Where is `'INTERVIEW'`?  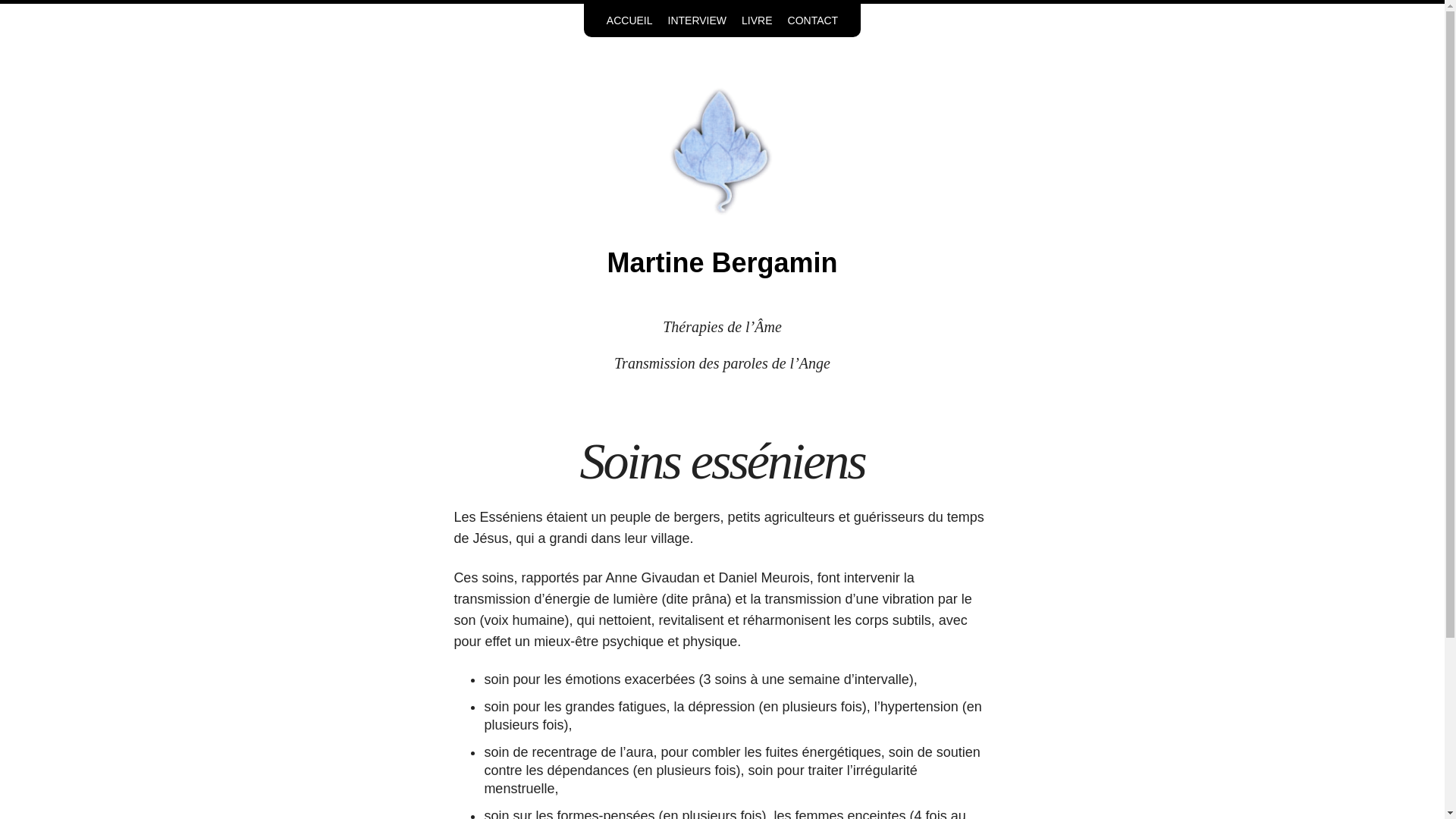 'INTERVIEW' is located at coordinates (697, 20).